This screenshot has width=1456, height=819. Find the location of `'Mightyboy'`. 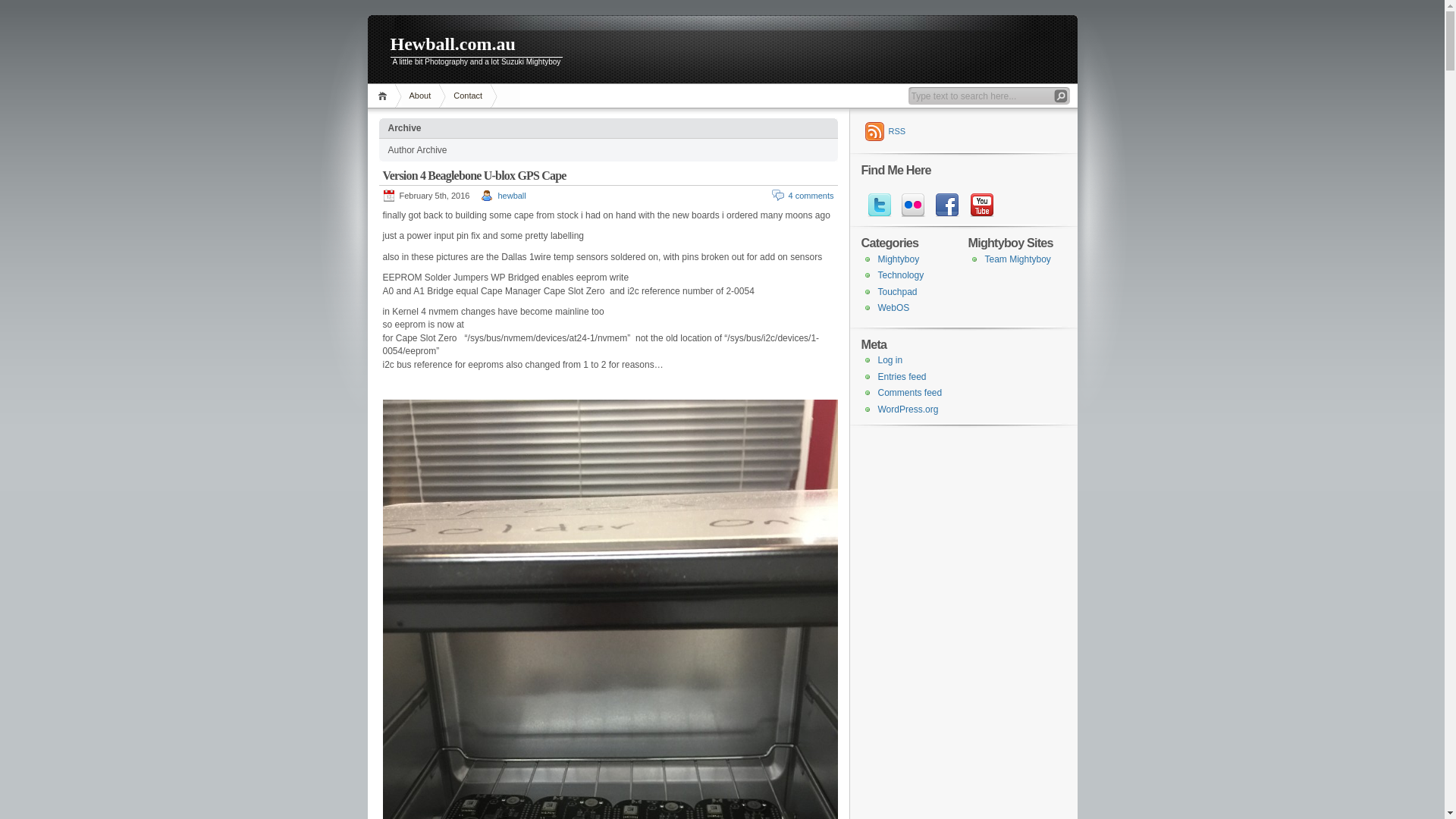

'Mightyboy' is located at coordinates (899, 259).